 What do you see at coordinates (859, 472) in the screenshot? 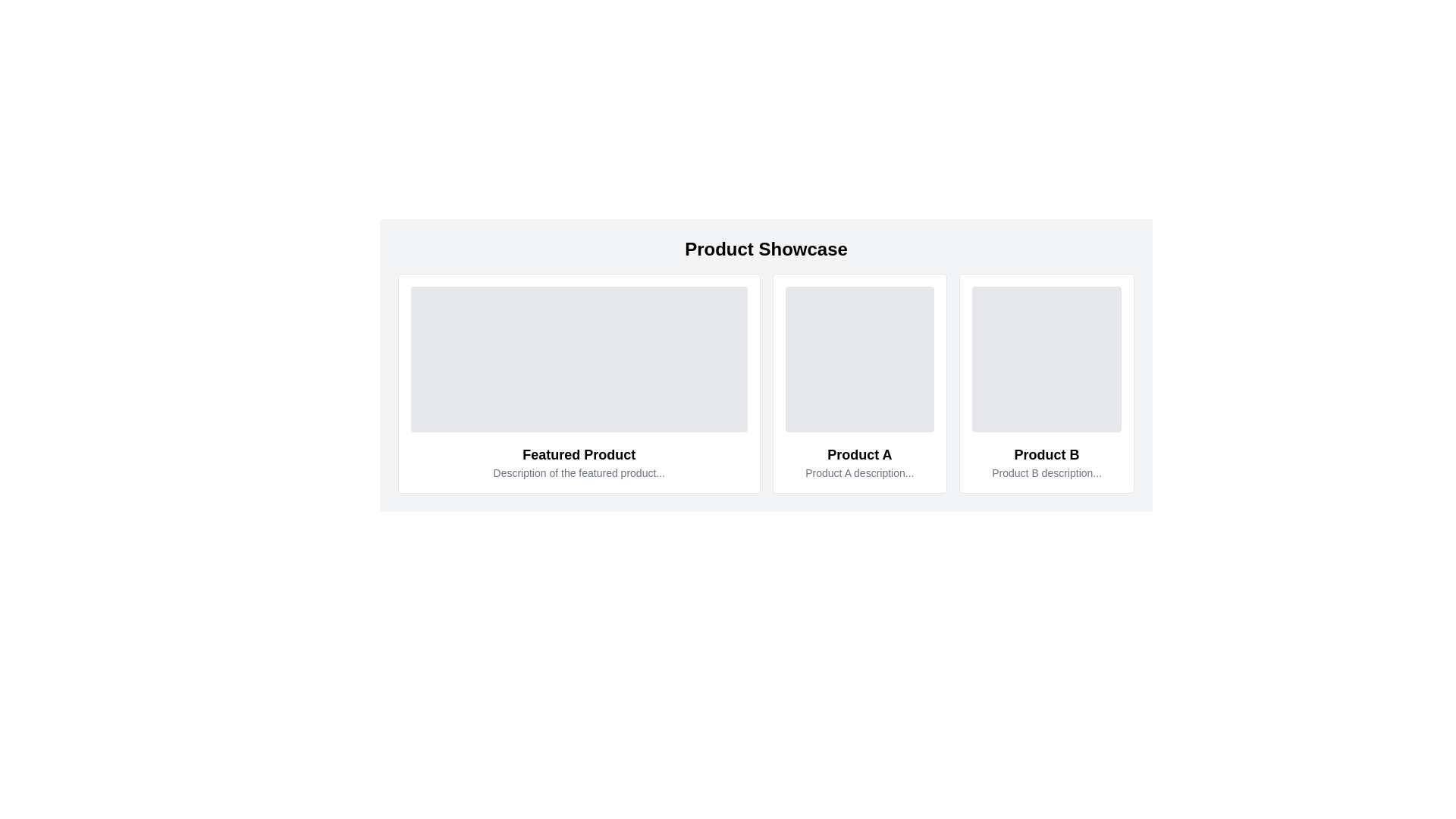
I see `the descriptive text labeled 'Product A description...' which is styled with a small-sized font and light gray color, located beneath the title 'Product A'` at bounding box center [859, 472].